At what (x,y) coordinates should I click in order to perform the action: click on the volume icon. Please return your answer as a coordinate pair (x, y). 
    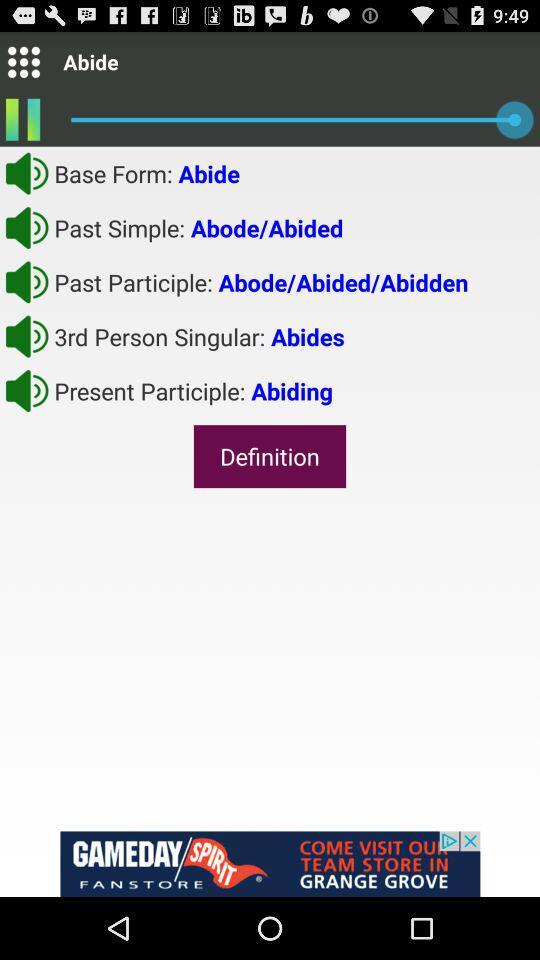
    Looking at the image, I should click on (26, 417).